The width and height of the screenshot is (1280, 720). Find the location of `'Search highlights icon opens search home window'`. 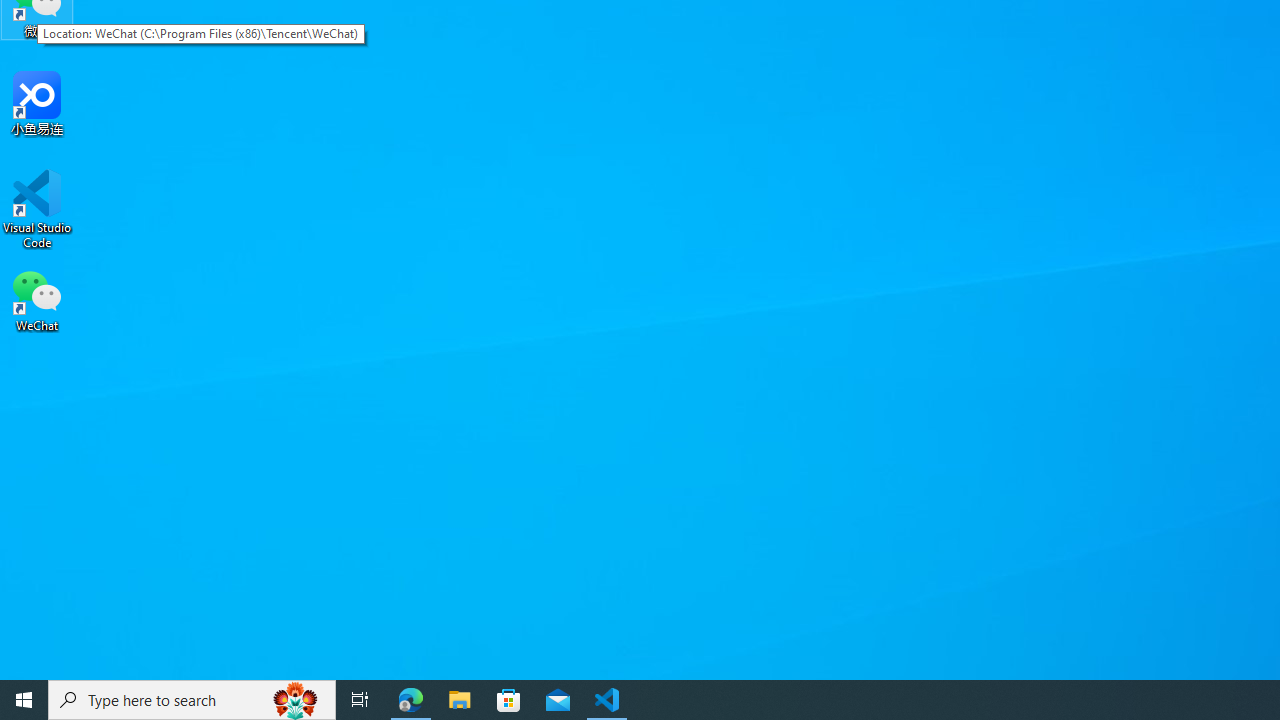

'Search highlights icon opens search home window' is located at coordinates (294, 698).